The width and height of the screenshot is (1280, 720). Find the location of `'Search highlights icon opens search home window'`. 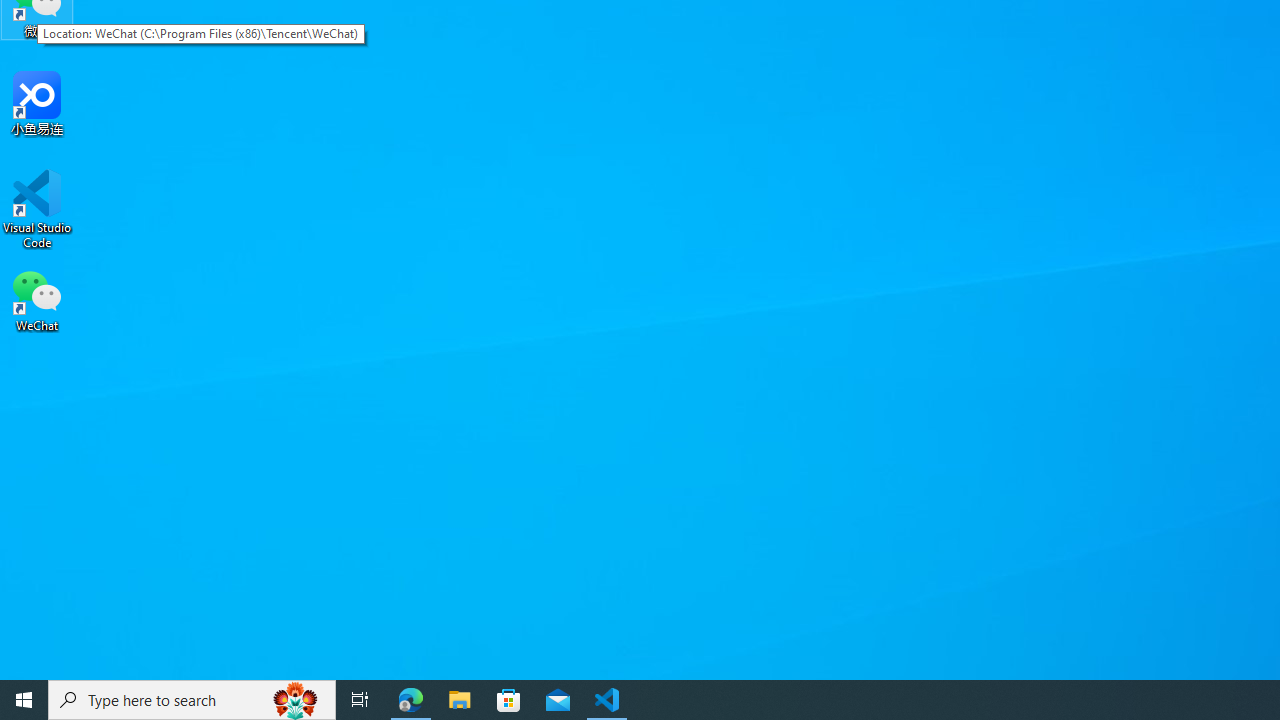

'Search highlights icon opens search home window' is located at coordinates (294, 698).